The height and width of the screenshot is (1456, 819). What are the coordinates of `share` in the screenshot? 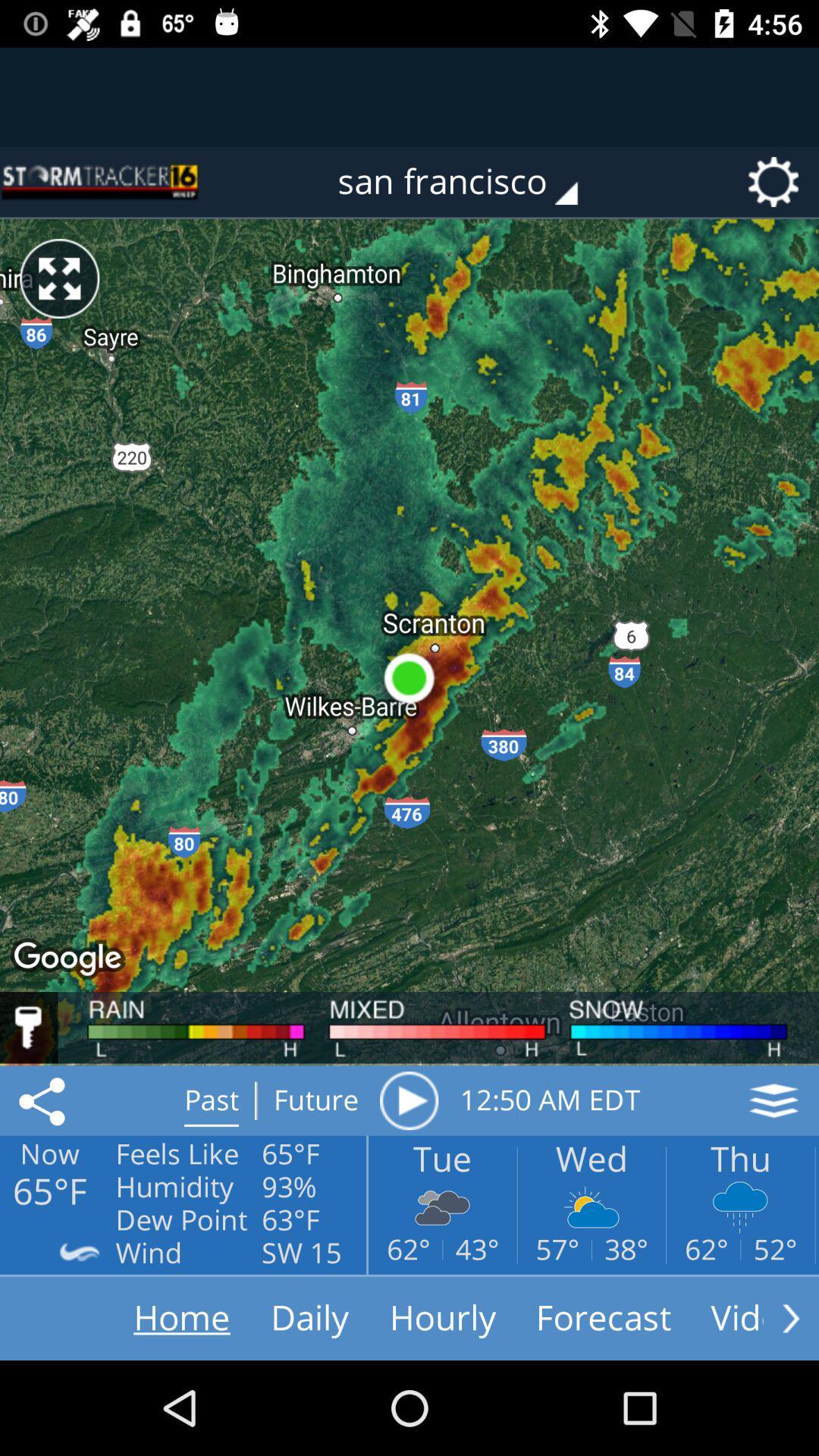 It's located at (44, 1100).